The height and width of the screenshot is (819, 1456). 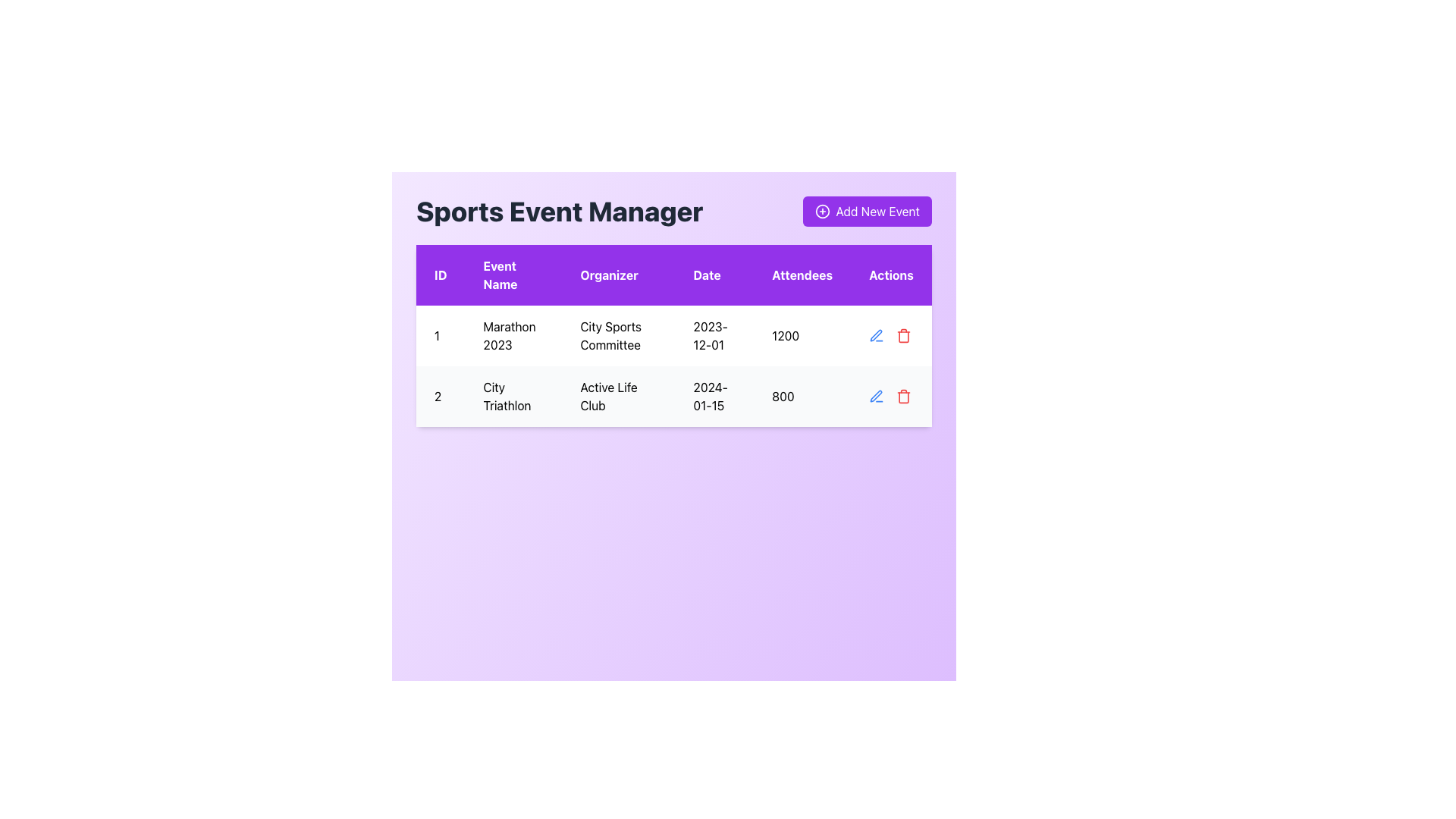 I want to click on text content displayed in the Text Display element showing the date '2024-01-15' located in the second row, fourth column of the table, so click(x=714, y=396).